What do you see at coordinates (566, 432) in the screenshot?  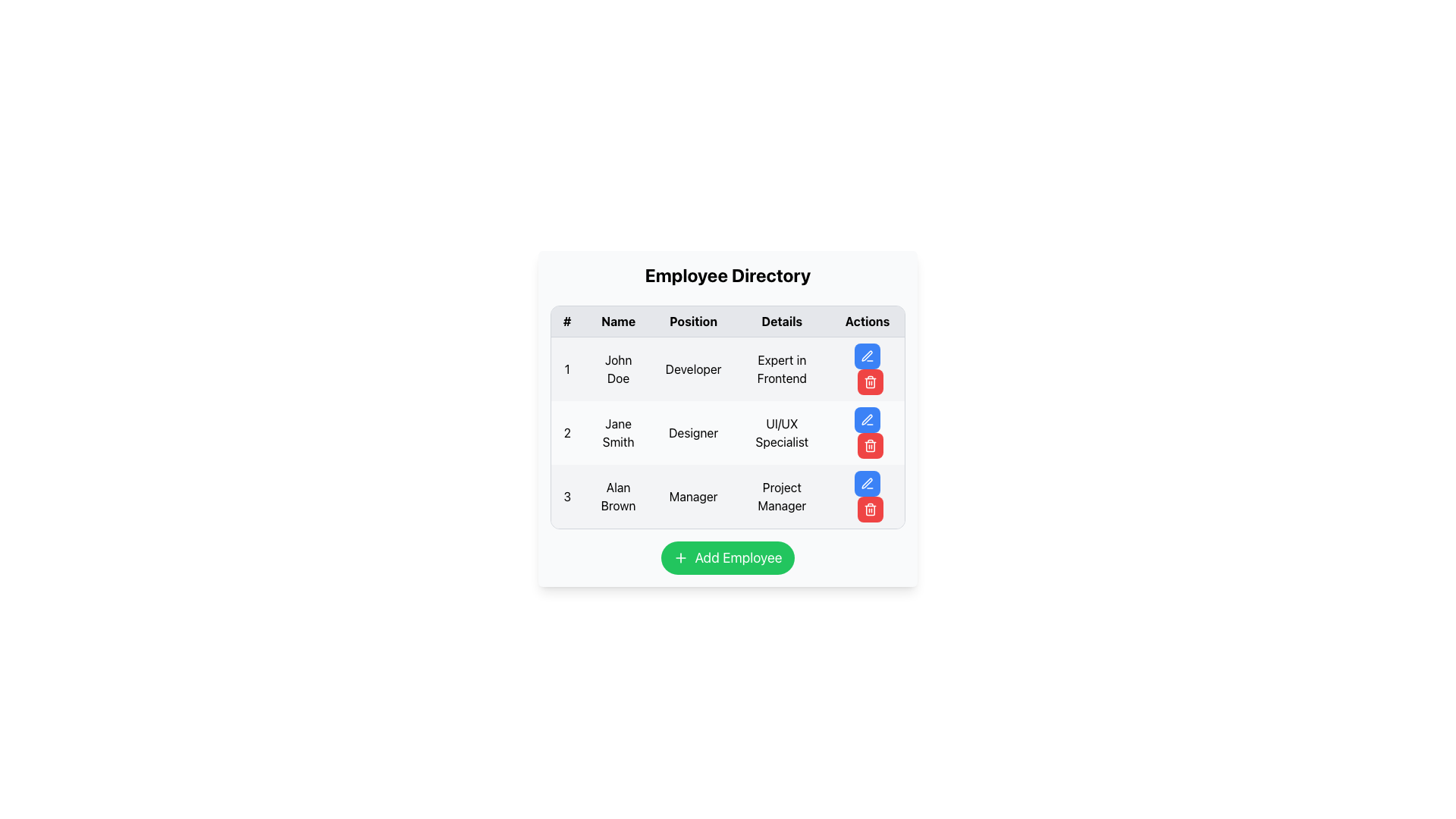 I see `the bold black text number '2' in the leftmost column of the Employee Directory table, which represents the row number for 'Jane Smith'` at bounding box center [566, 432].